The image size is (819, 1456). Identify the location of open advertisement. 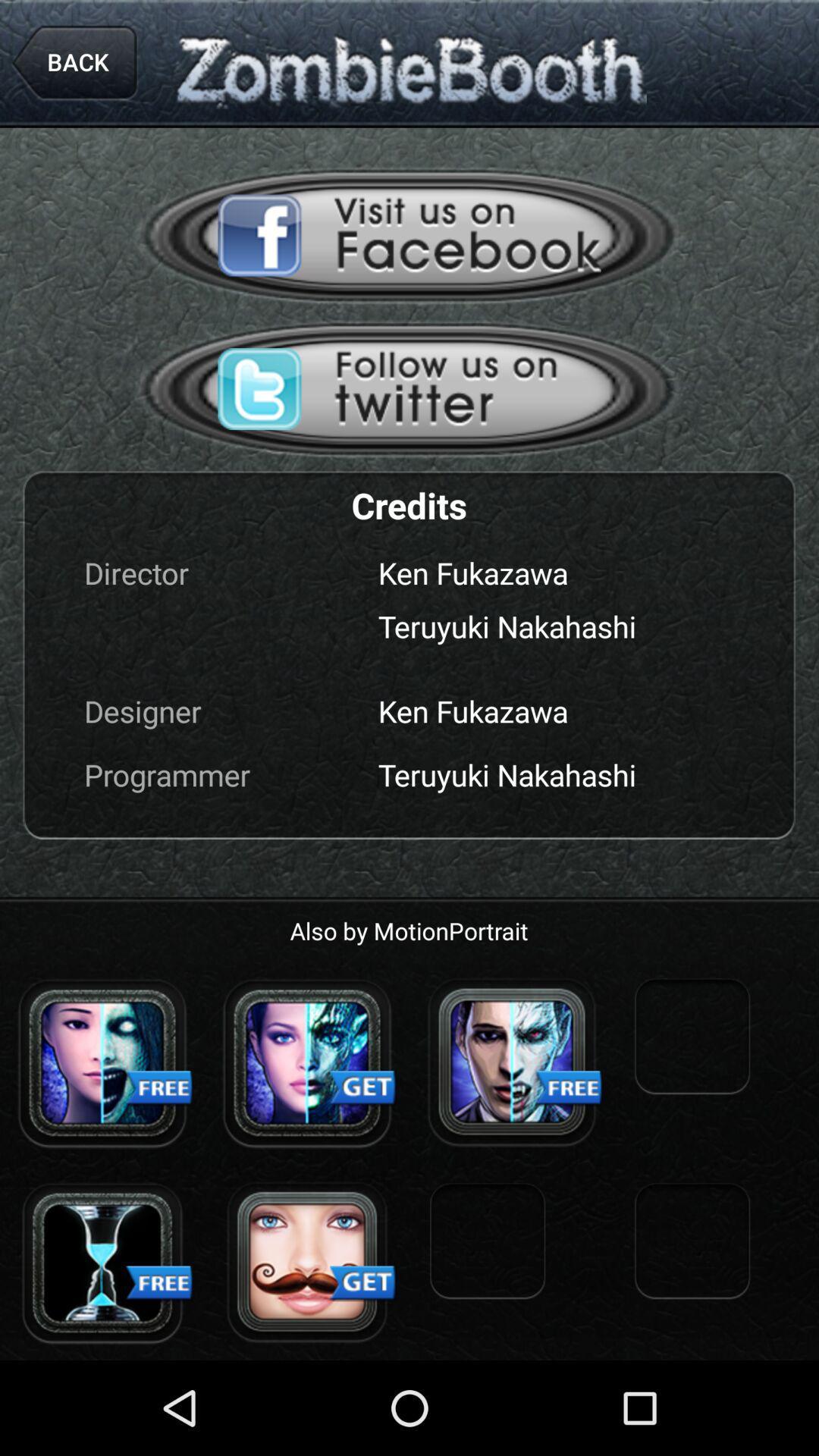
(102, 1062).